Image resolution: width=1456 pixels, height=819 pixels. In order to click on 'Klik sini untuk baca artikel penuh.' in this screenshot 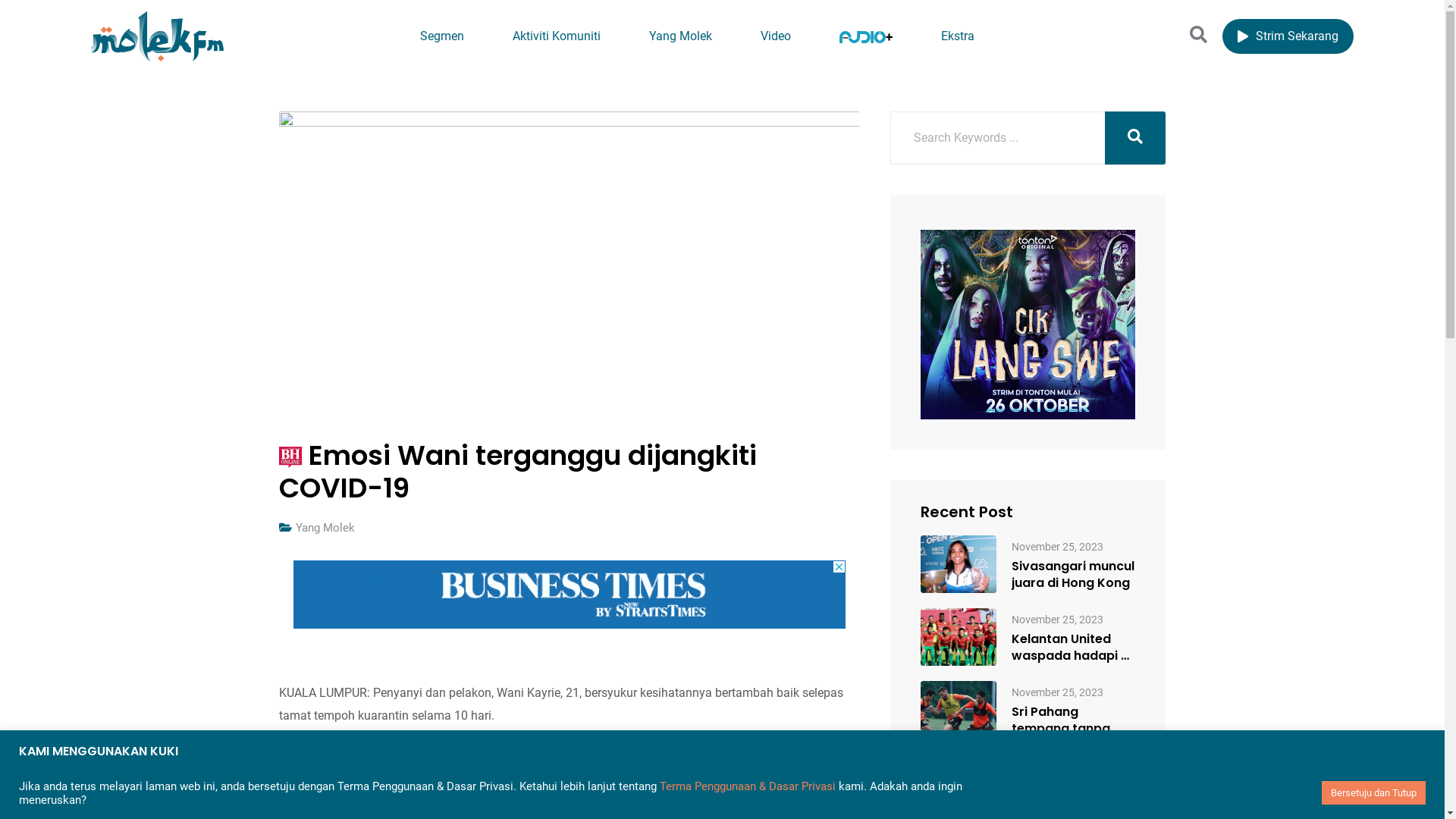, I will do `click(369, 761)`.